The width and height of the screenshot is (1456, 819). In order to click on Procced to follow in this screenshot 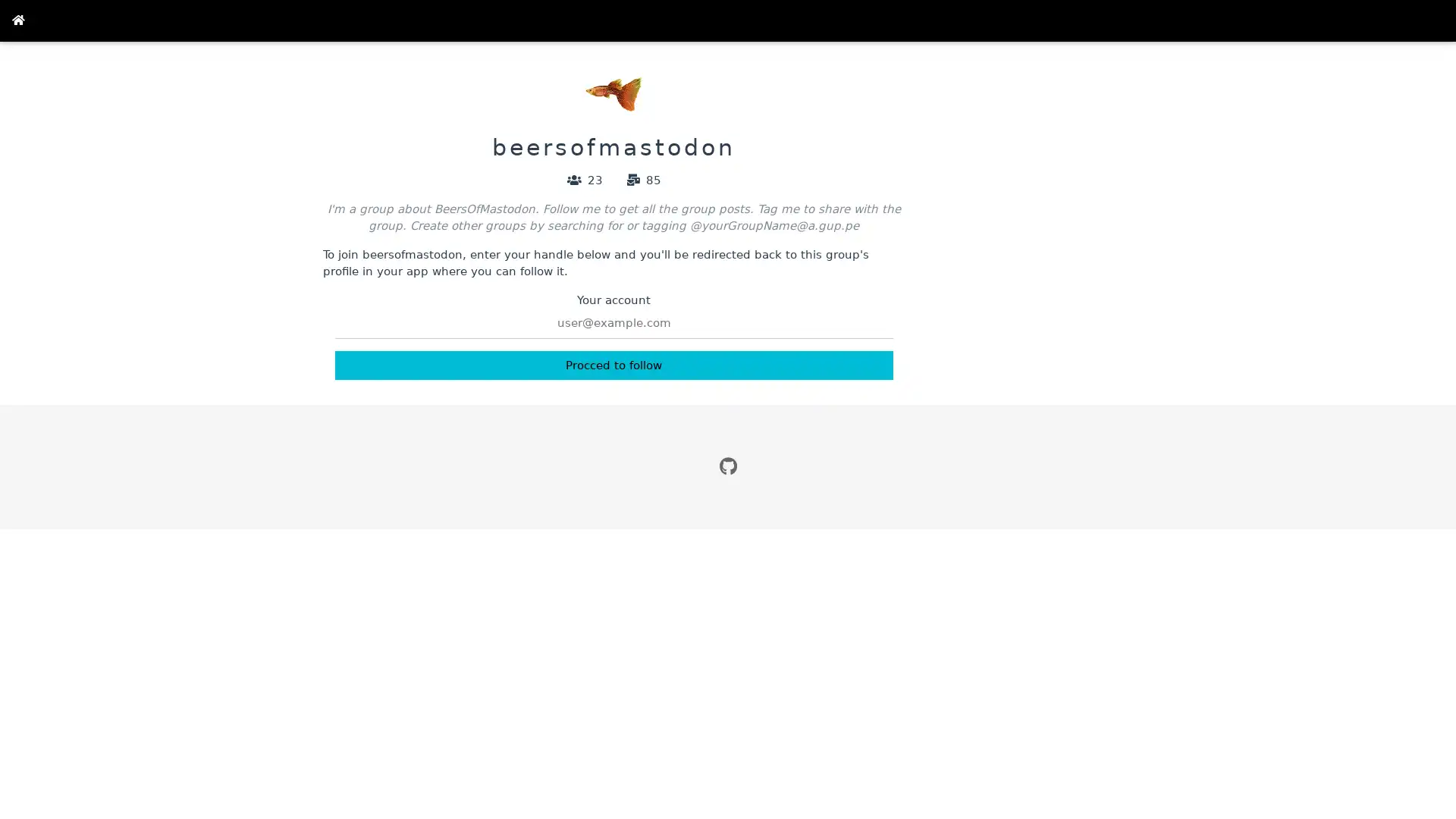, I will do `click(613, 365)`.